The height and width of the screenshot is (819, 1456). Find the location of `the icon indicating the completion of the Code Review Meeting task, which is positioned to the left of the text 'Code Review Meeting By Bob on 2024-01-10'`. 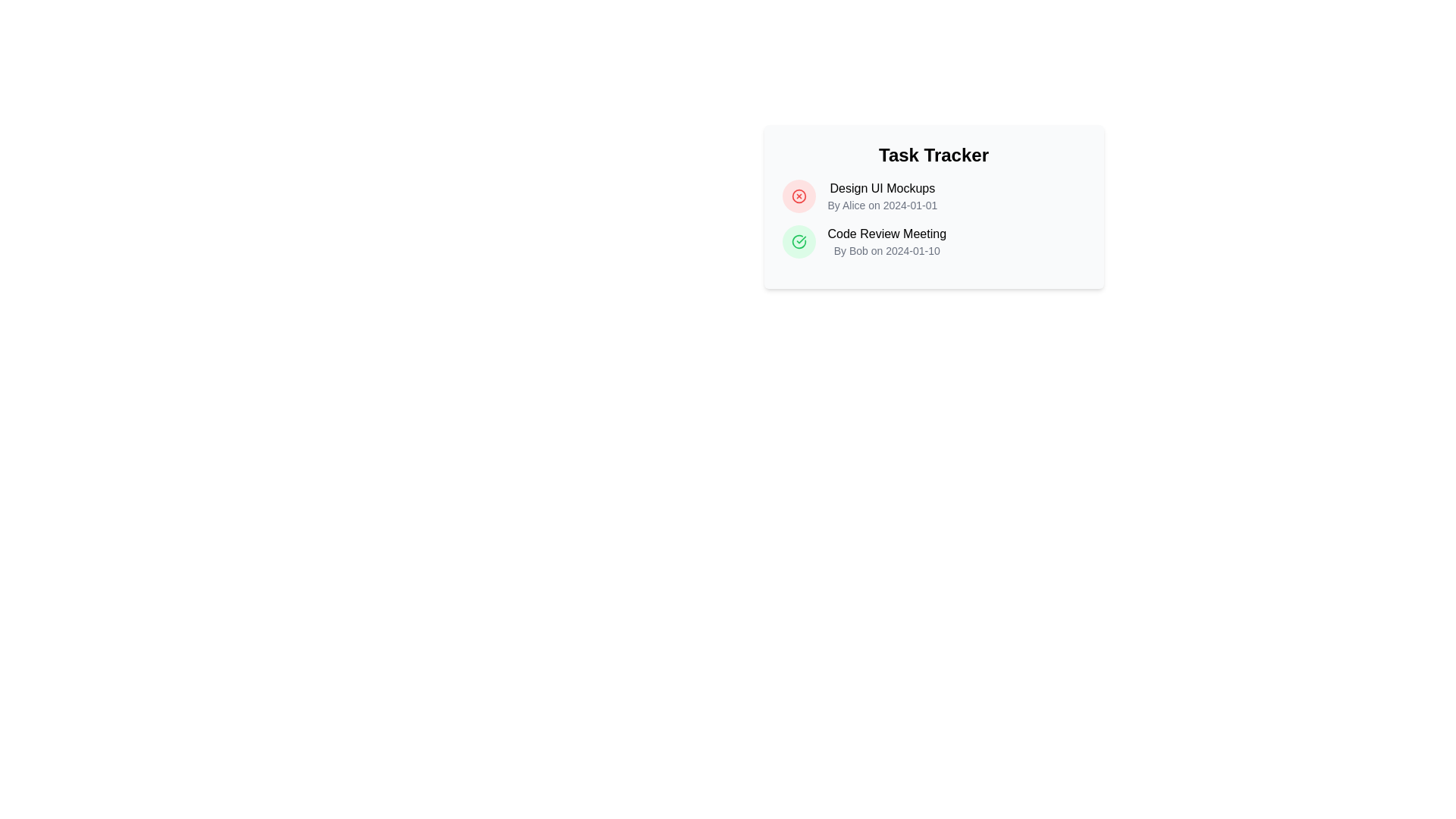

the icon indicating the completion of the Code Review Meeting task, which is positioned to the left of the text 'Code Review Meeting By Bob on 2024-01-10' is located at coordinates (798, 241).